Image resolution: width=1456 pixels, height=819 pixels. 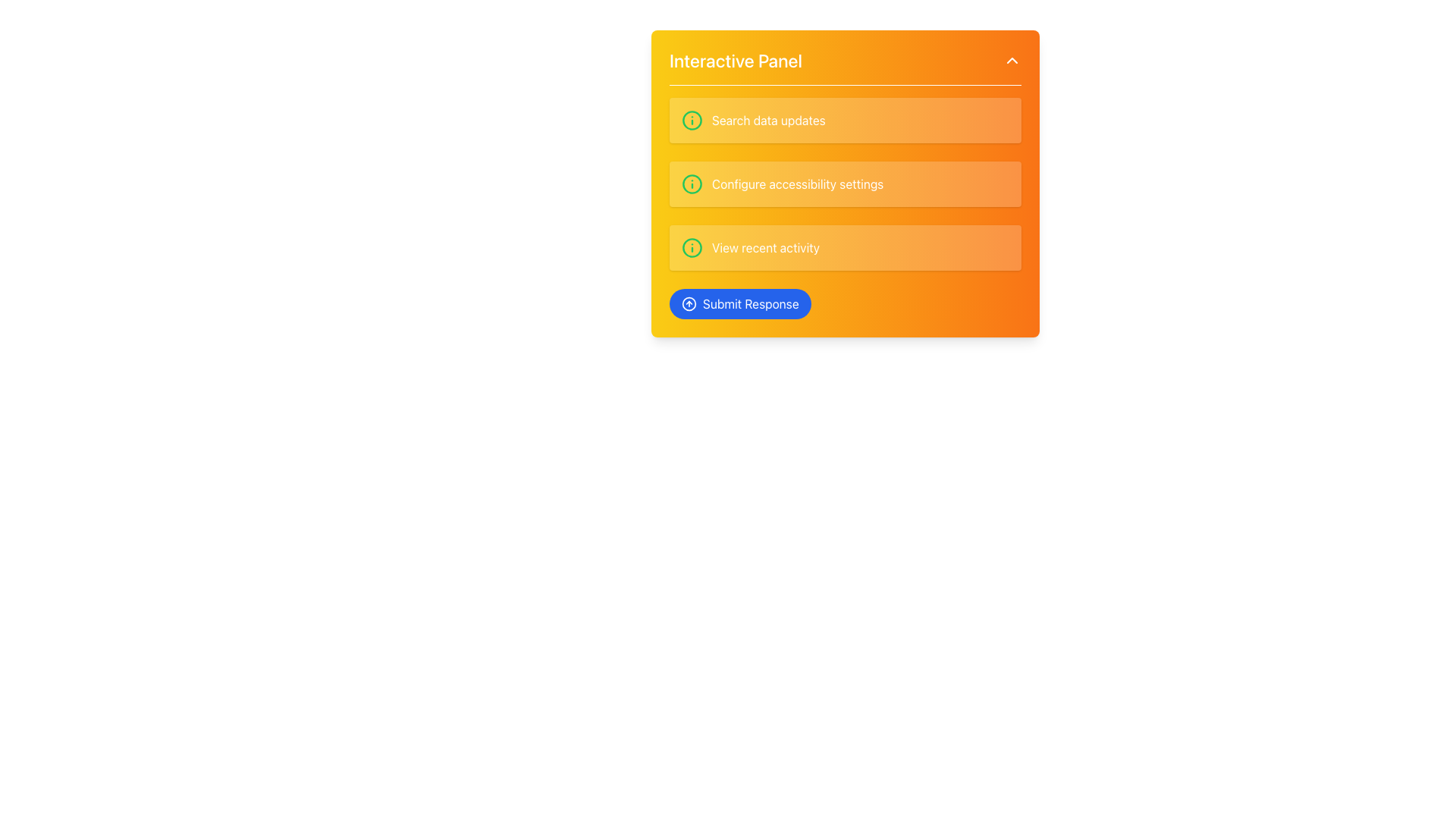 I want to click on the green information icon located to the left of the text label 'View recent activity' within the third item of the panel, so click(x=691, y=247).